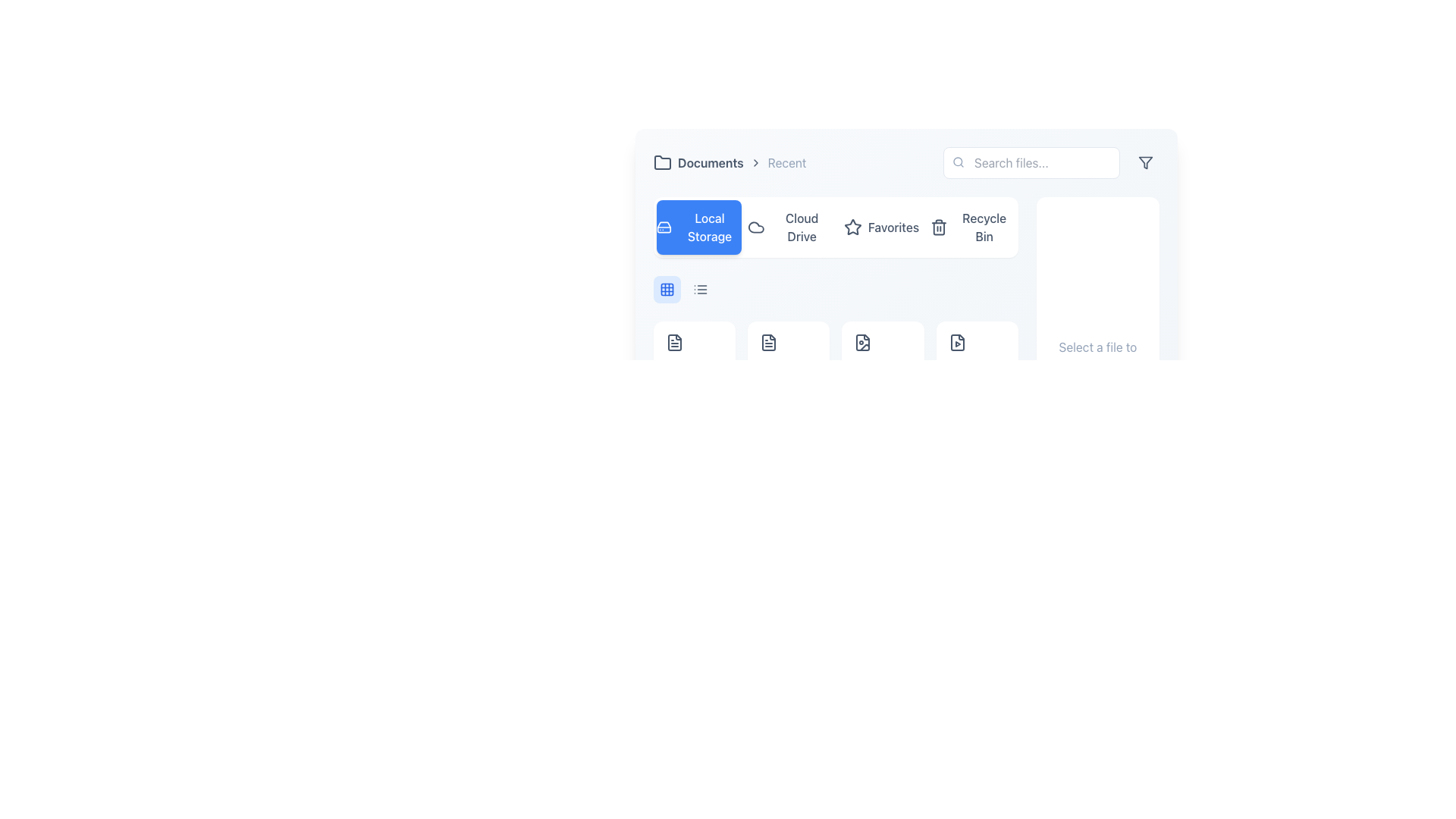  Describe the element at coordinates (694, 366) in the screenshot. I see `the File item card located at the top-left corner of the grid layout` at that location.